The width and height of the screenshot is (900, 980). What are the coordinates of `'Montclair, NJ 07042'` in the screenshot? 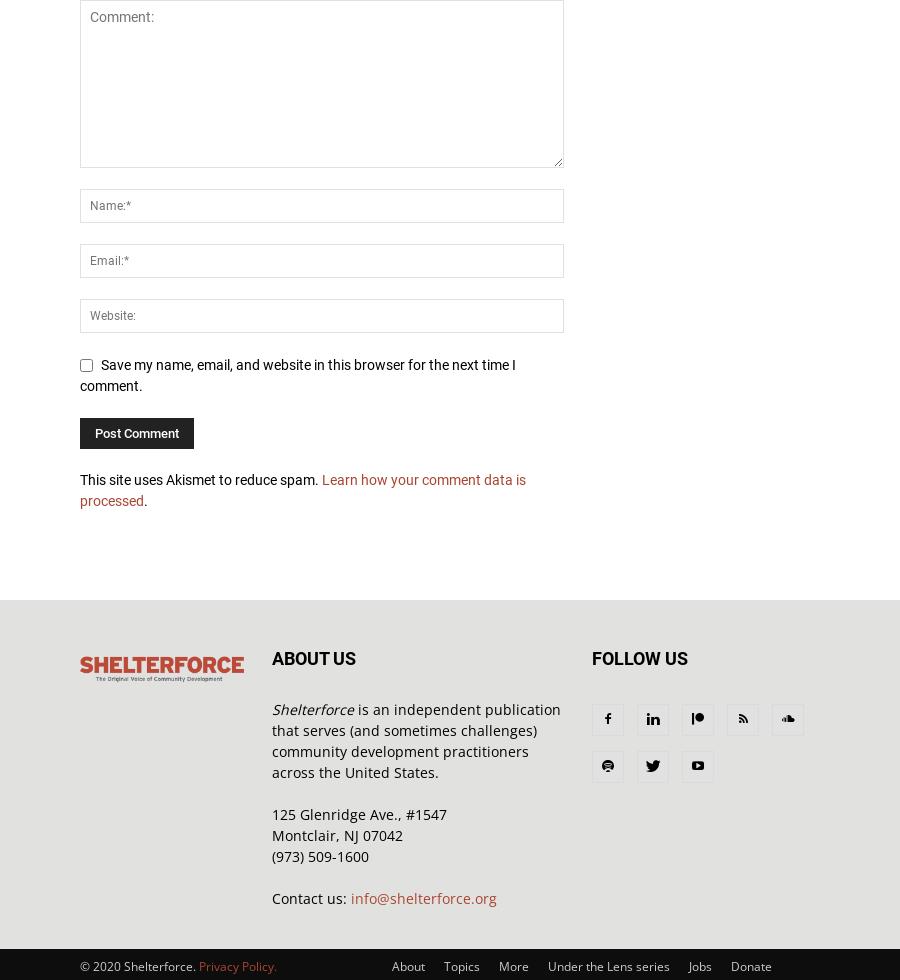 It's located at (336, 835).